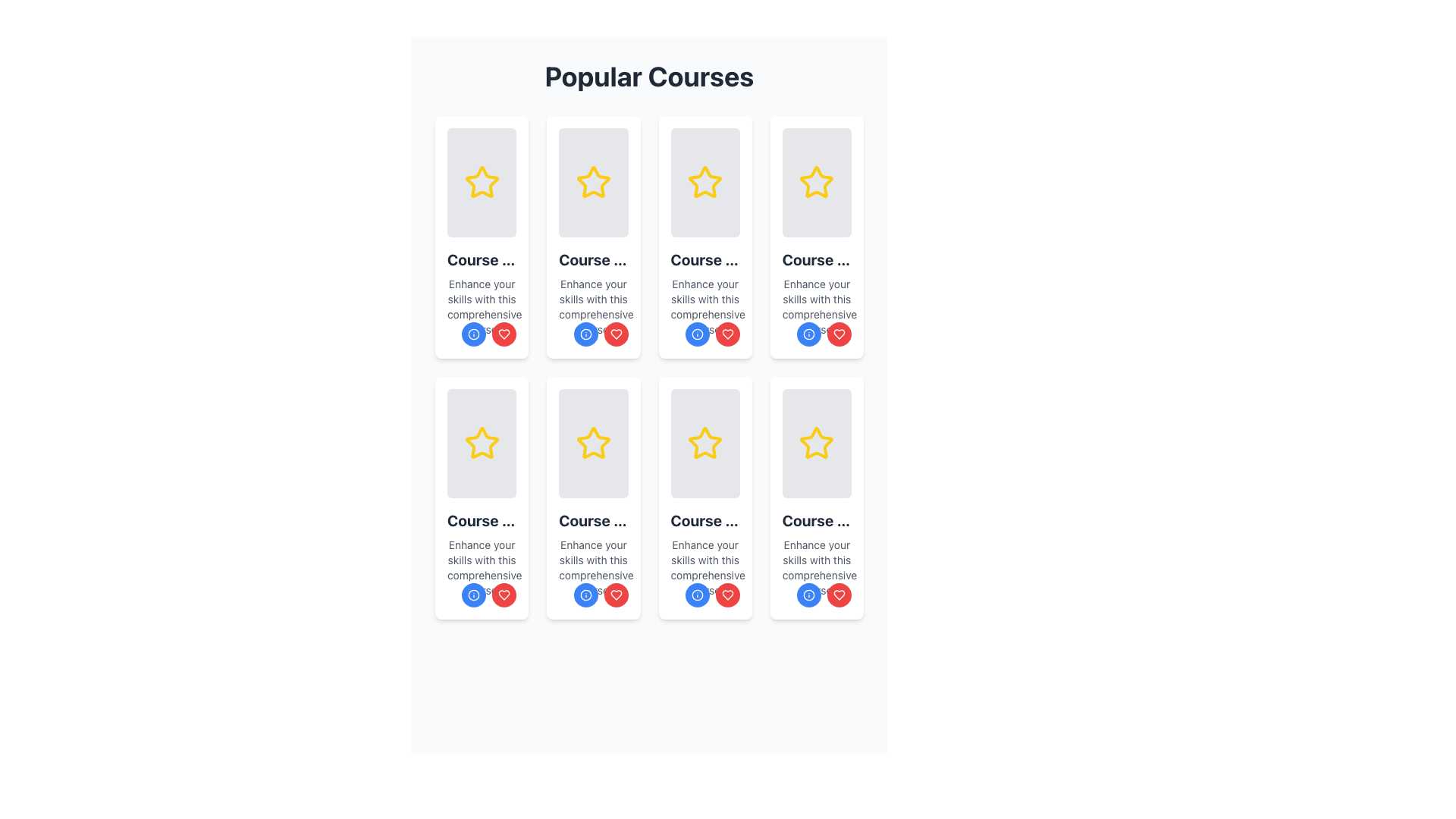 This screenshot has width=1456, height=819. What do you see at coordinates (816, 181) in the screenshot?
I see `the yellow star icon outlined with a bold stroke, which is located in the center of the fourth card in the first row of the grid layout under the 'Popular Courses' section` at bounding box center [816, 181].